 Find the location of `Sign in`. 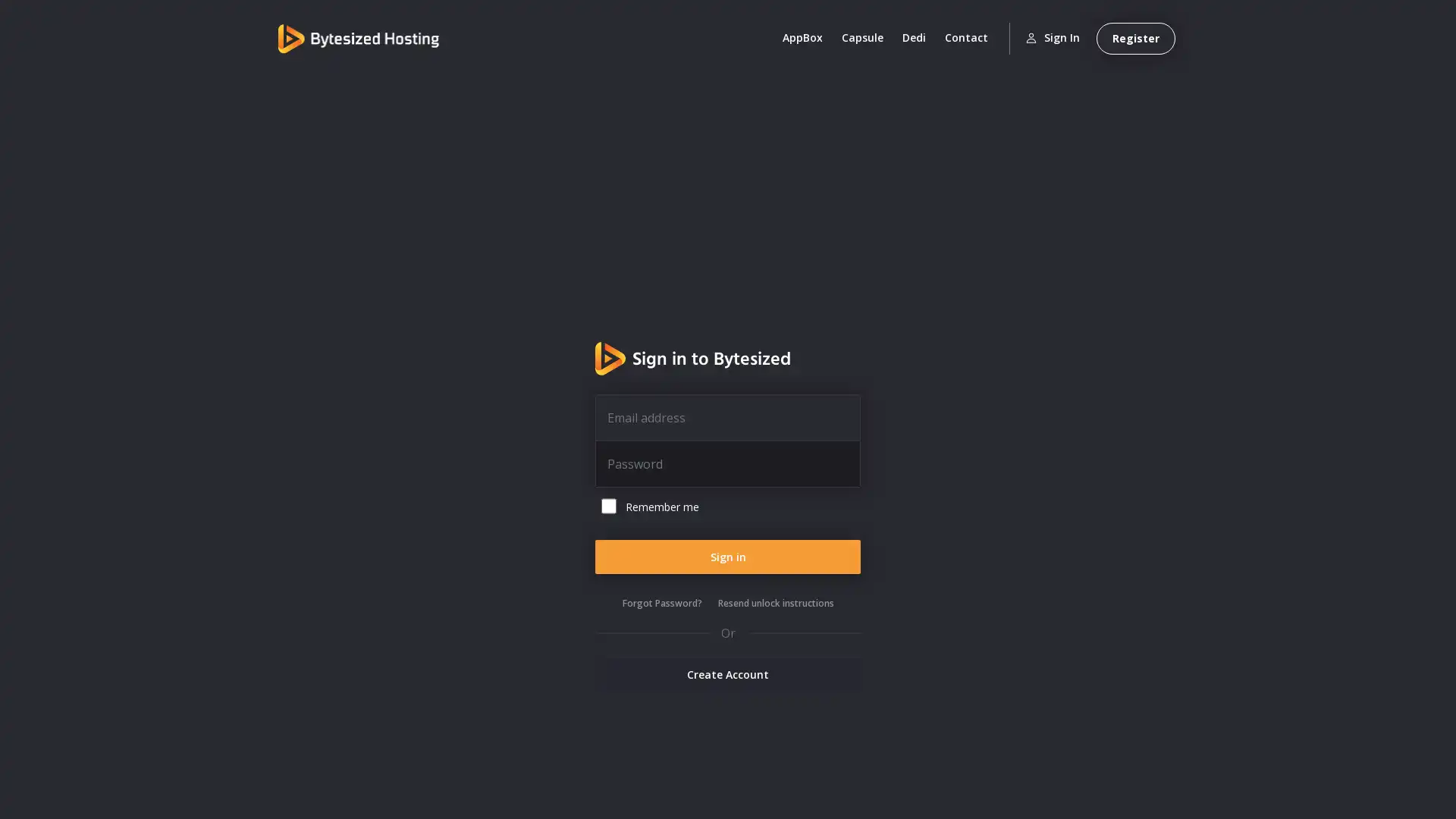

Sign in is located at coordinates (728, 556).